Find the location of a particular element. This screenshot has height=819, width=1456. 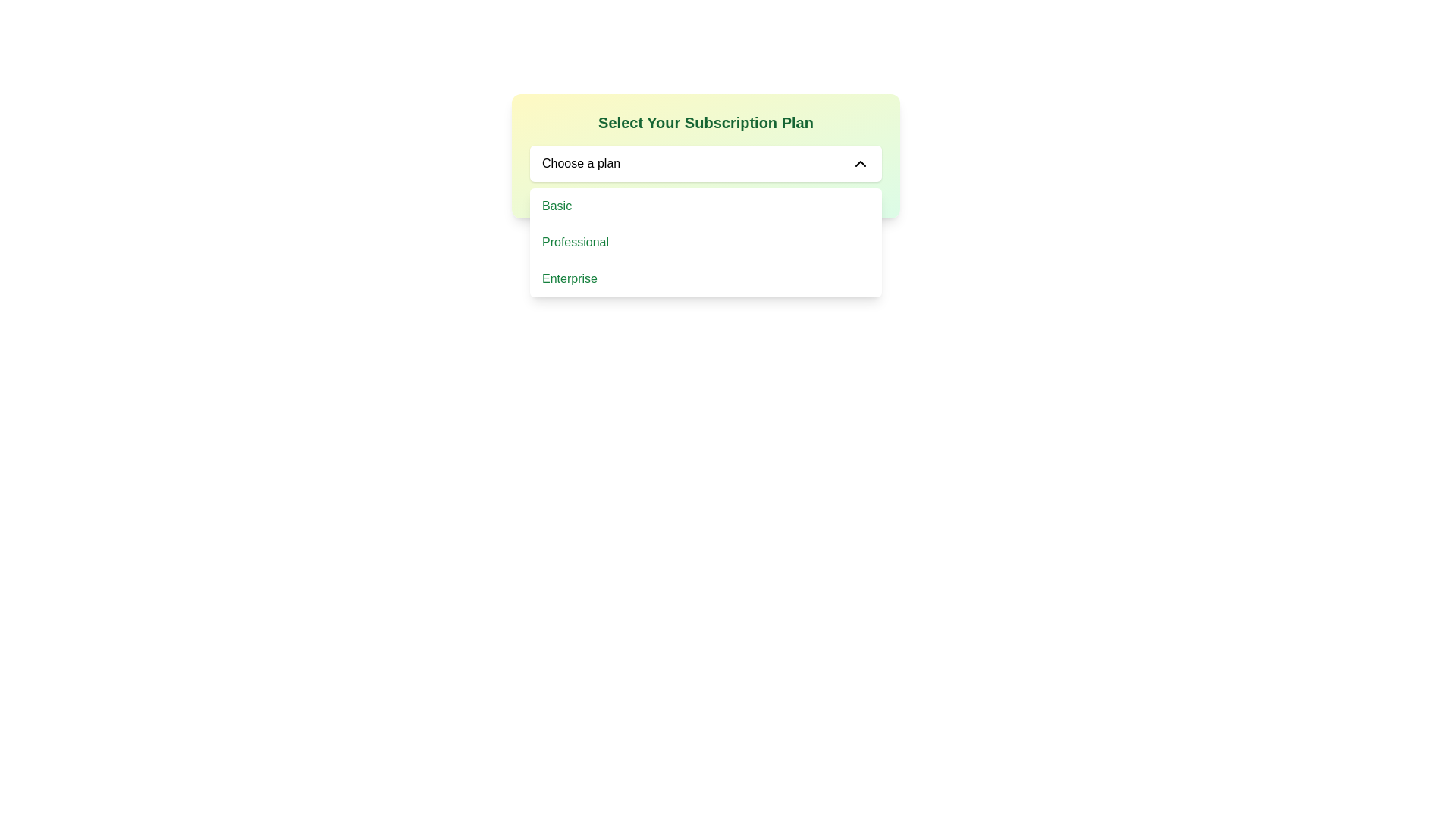

the 'Professional' subscription plan option in the dropdown menu, which is the second option listed below 'Select Your Subscription Plan' is located at coordinates (705, 242).